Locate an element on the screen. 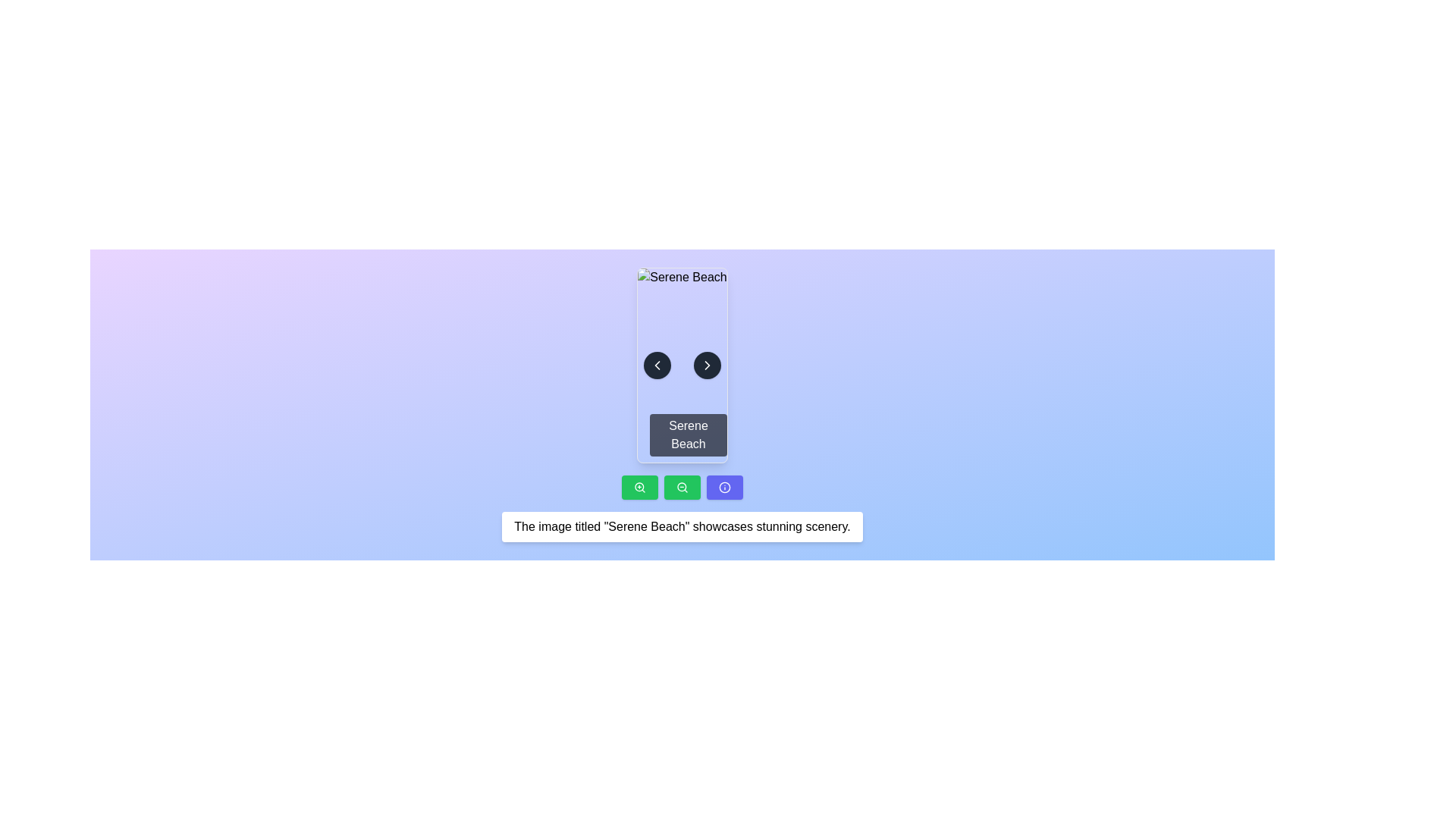  the backward navigation chevron icon is located at coordinates (657, 366).